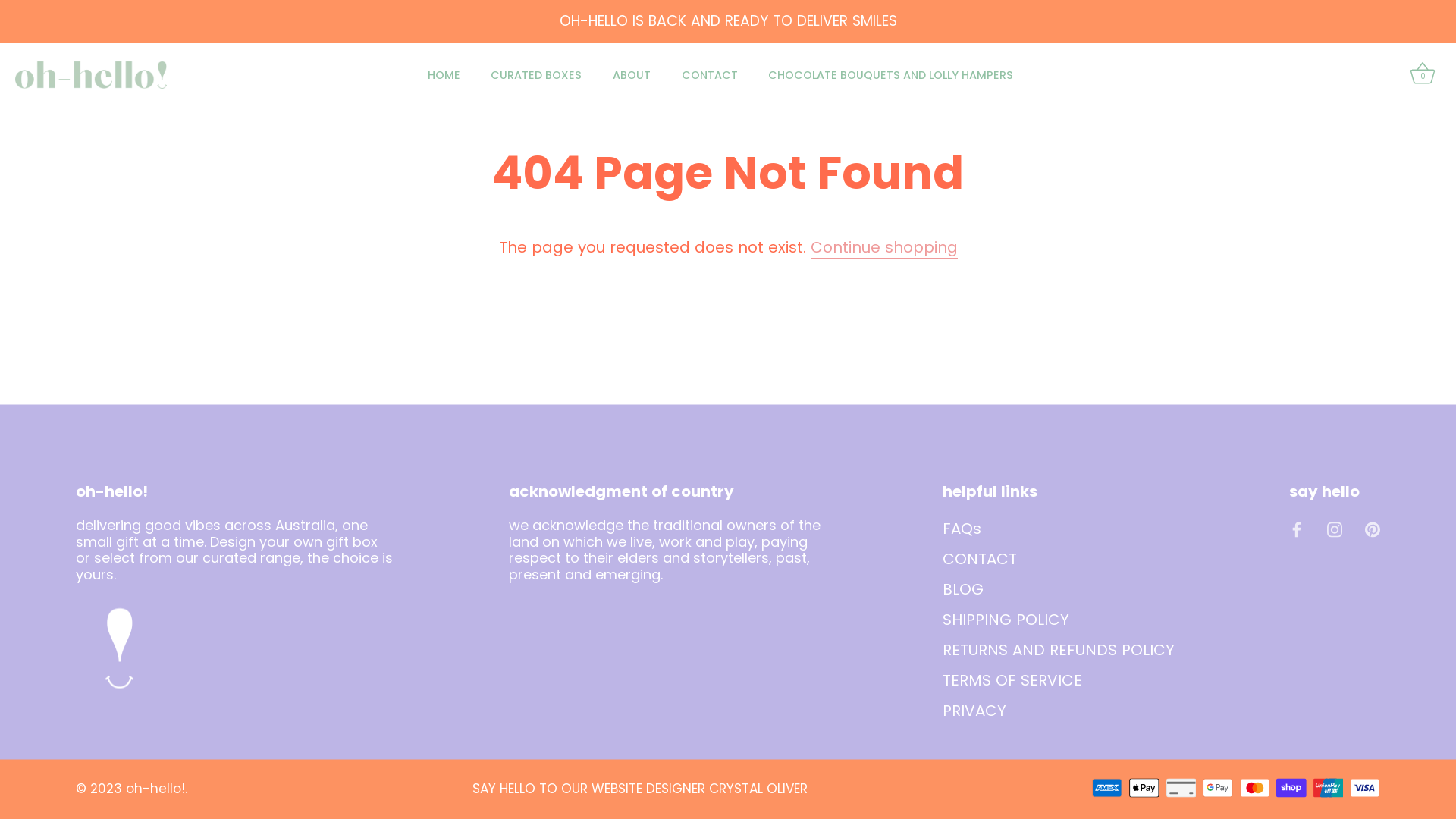 The height and width of the screenshot is (819, 1456). What do you see at coordinates (758, 788) in the screenshot?
I see `'CRYSTAL OLIVER'` at bounding box center [758, 788].